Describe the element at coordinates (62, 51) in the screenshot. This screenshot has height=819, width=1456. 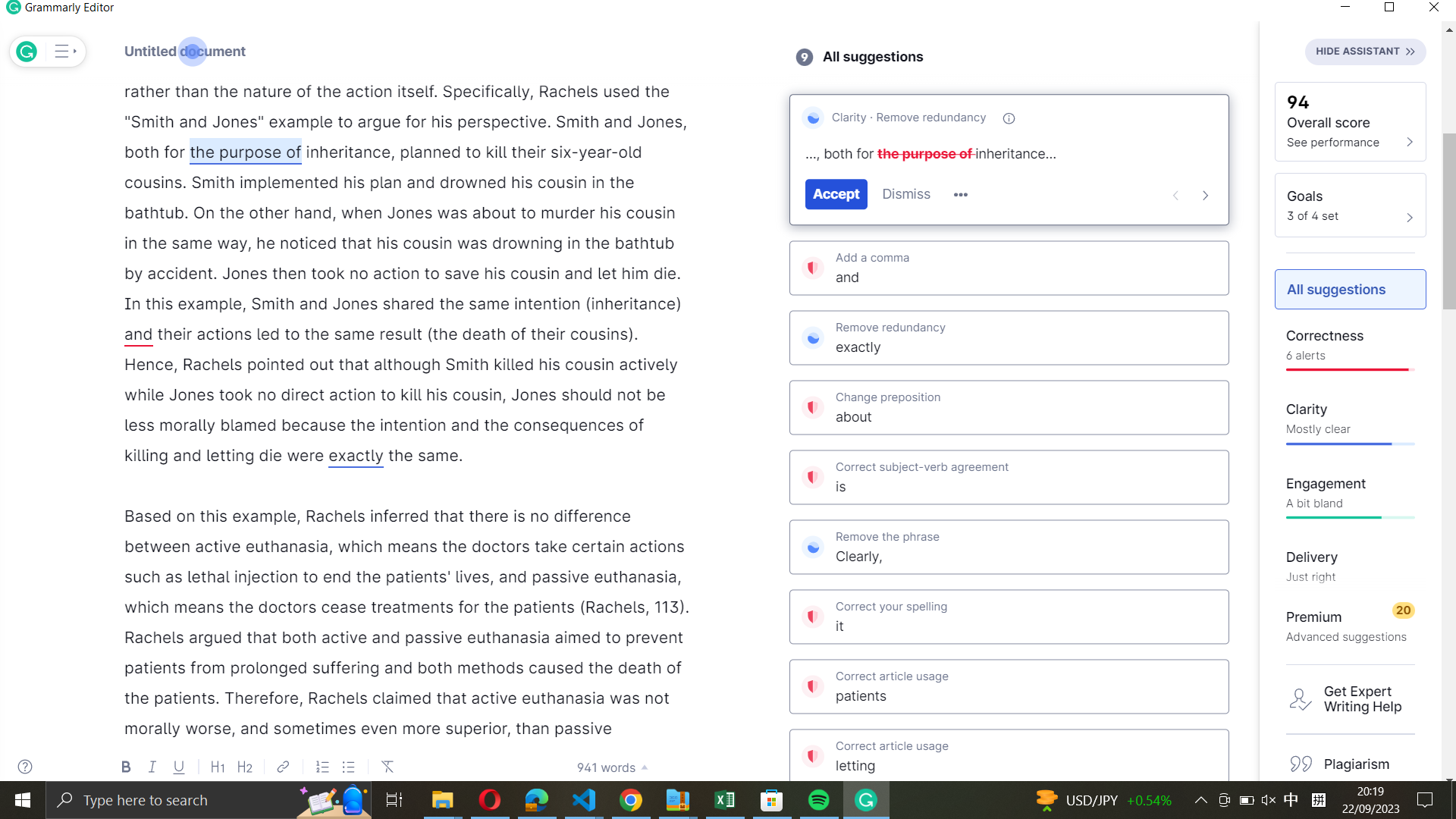
I see `Expand the menu view` at that location.